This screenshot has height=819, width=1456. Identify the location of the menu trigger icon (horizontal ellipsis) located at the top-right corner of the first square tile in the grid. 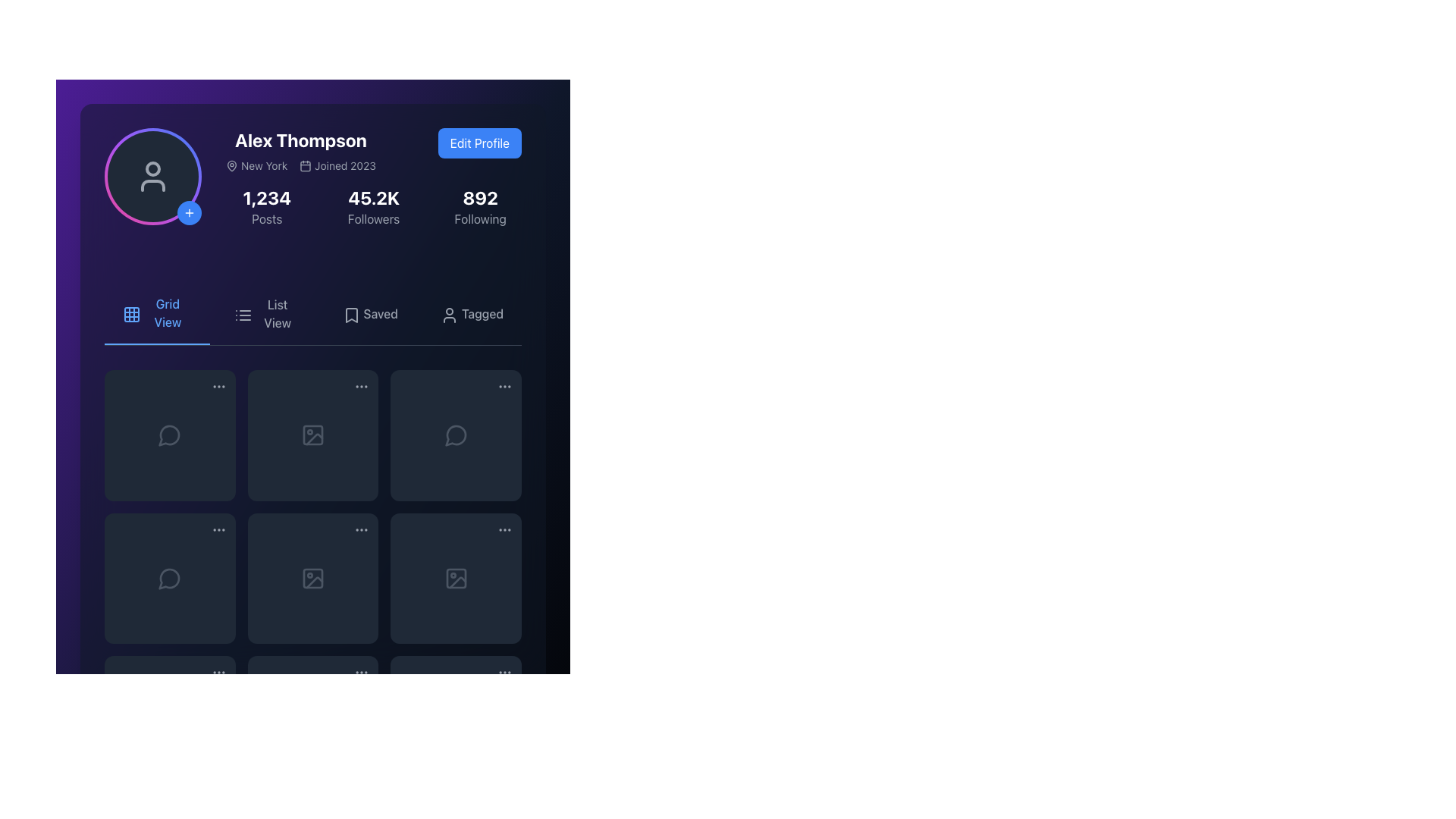
(218, 386).